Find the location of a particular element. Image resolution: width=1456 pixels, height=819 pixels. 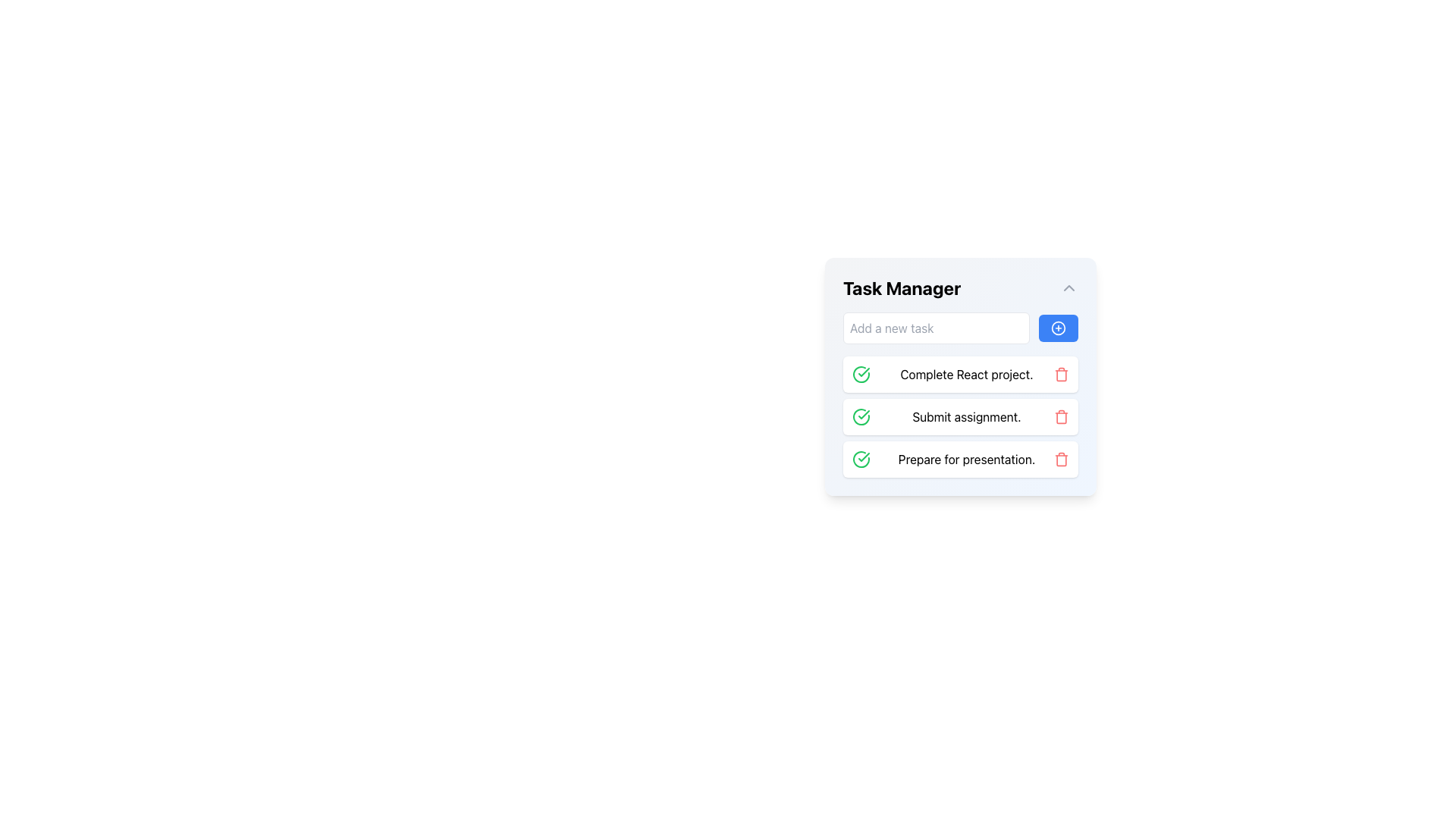

text content of the first task item label in the task manager application, located between a green check icon and a red delete icon is located at coordinates (966, 374).